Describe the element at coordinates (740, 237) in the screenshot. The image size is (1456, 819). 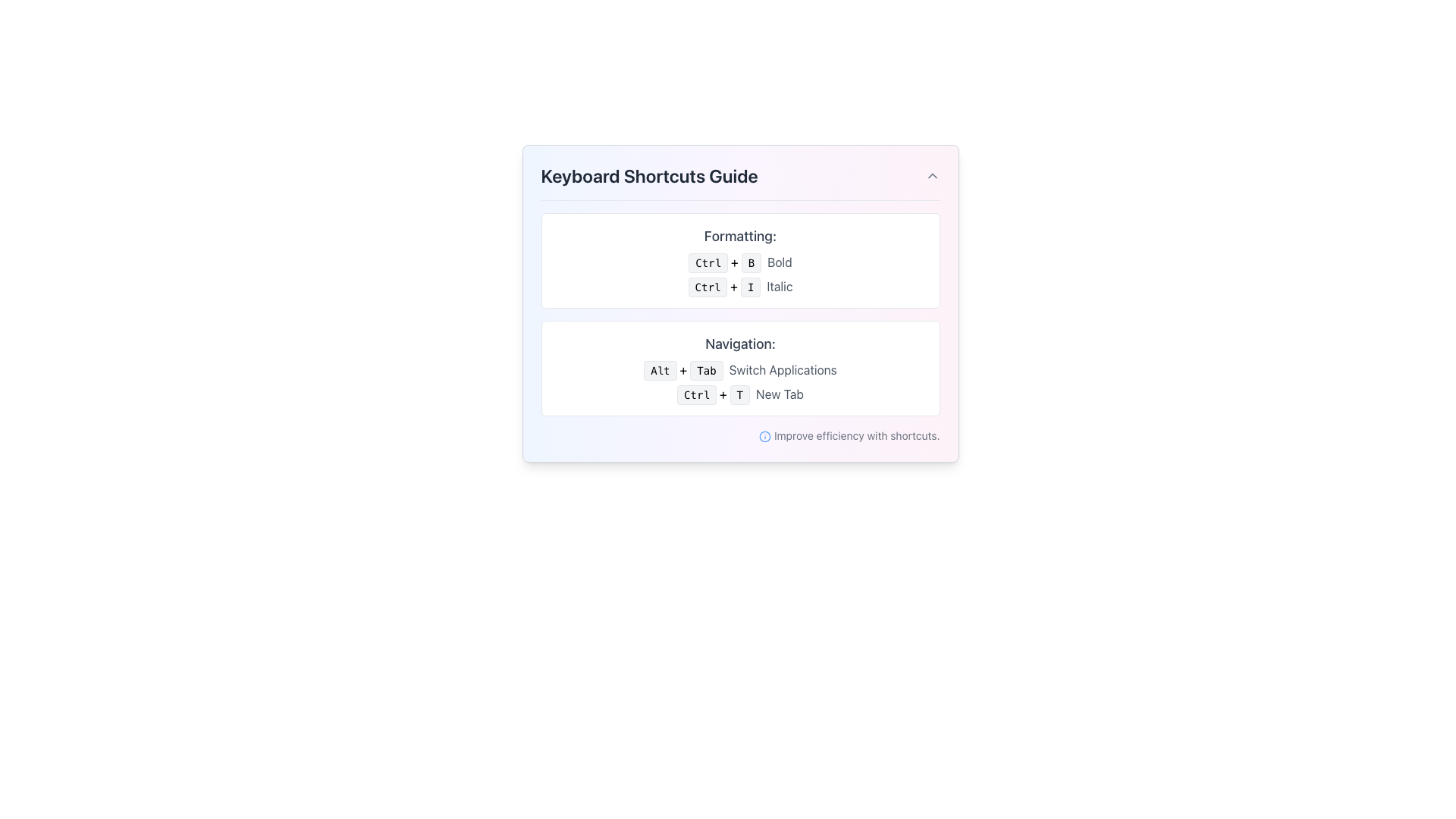
I see `the Static Text element that serves as a header for text formatting shortcuts, located above the list starting with 'Ctrl+B Bold'` at that location.